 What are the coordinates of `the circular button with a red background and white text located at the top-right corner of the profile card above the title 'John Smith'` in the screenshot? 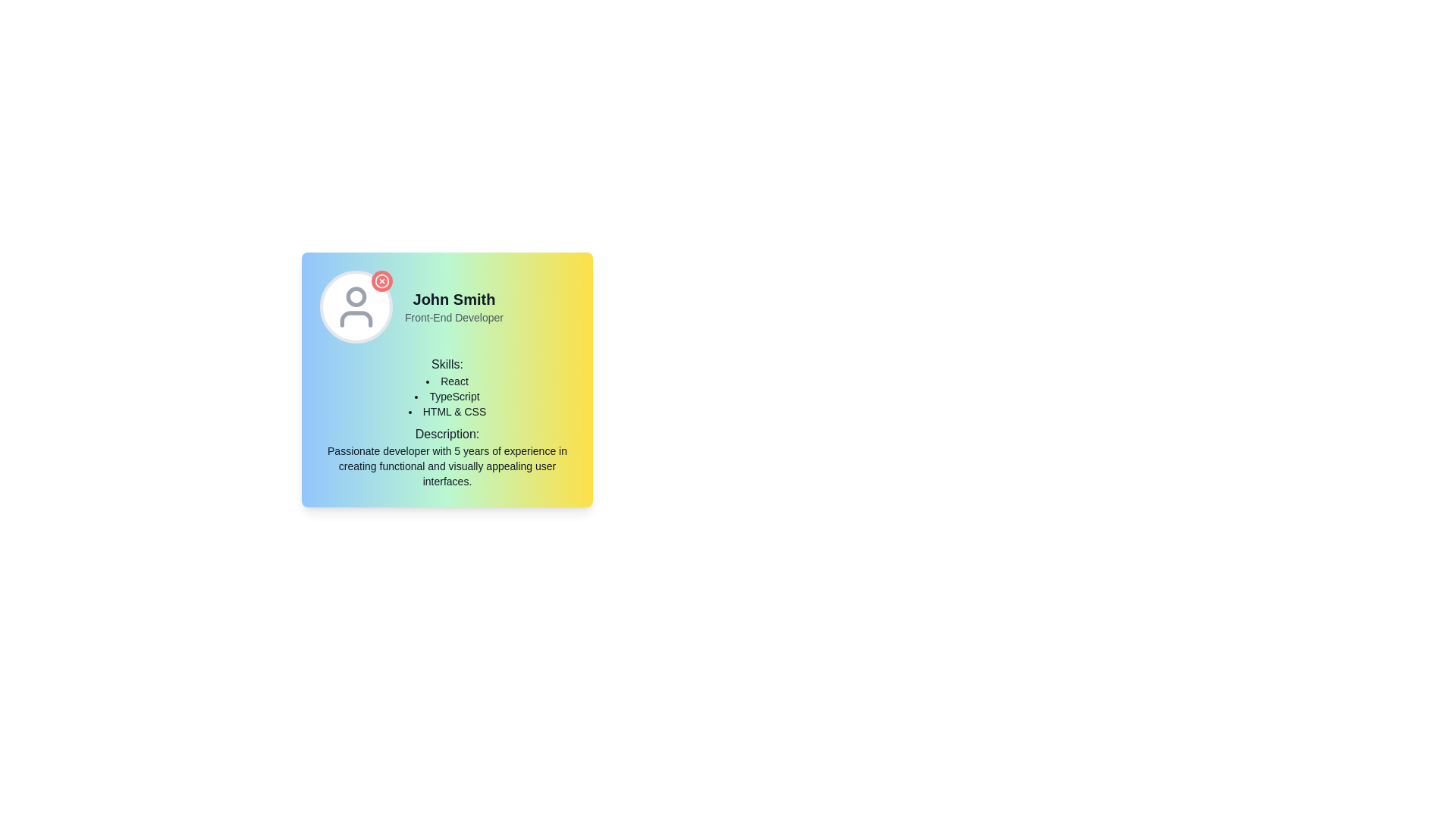 It's located at (382, 281).